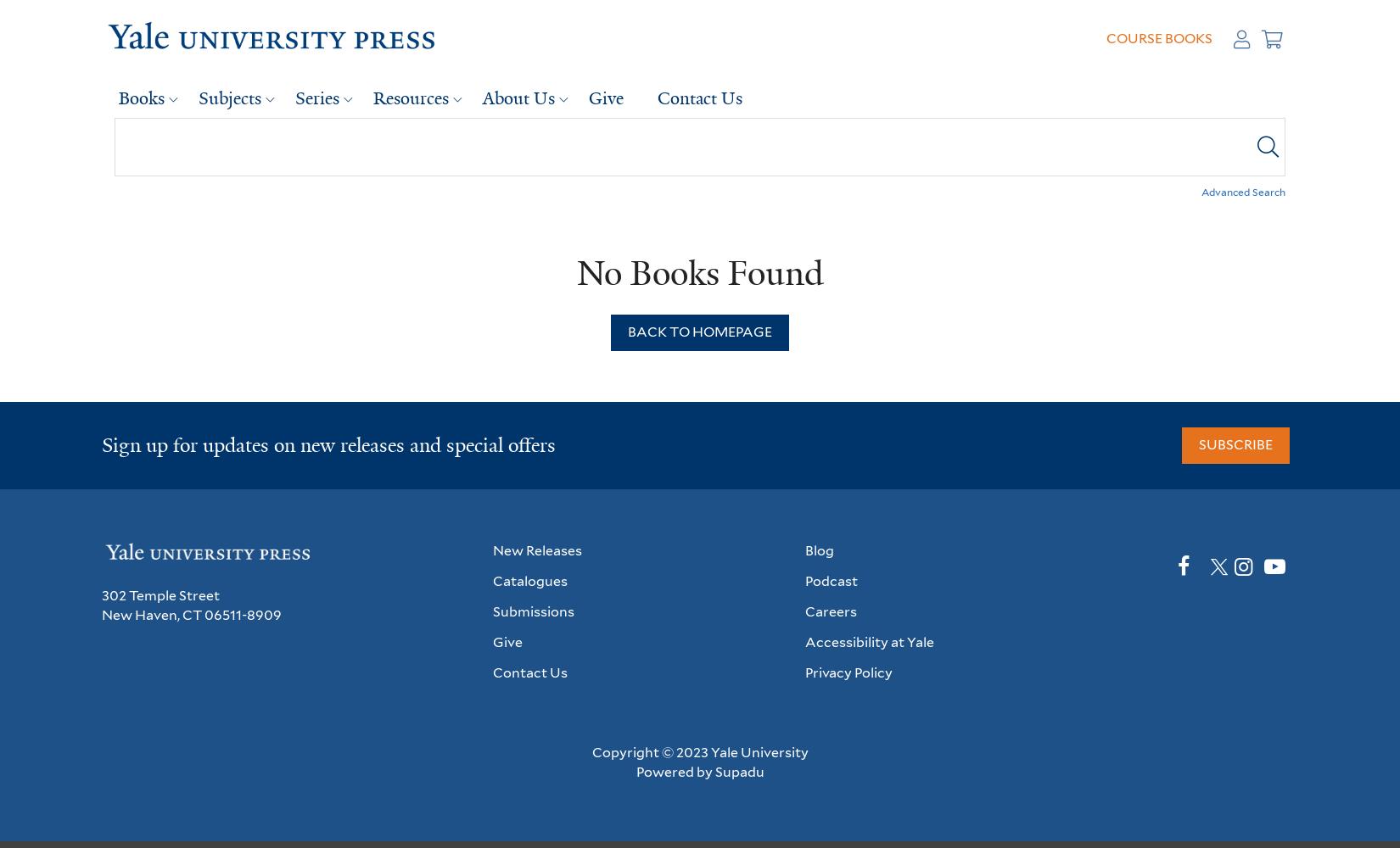 This screenshot has height=848, width=1400. I want to click on 'SUBSCRIBE', so click(1235, 444).